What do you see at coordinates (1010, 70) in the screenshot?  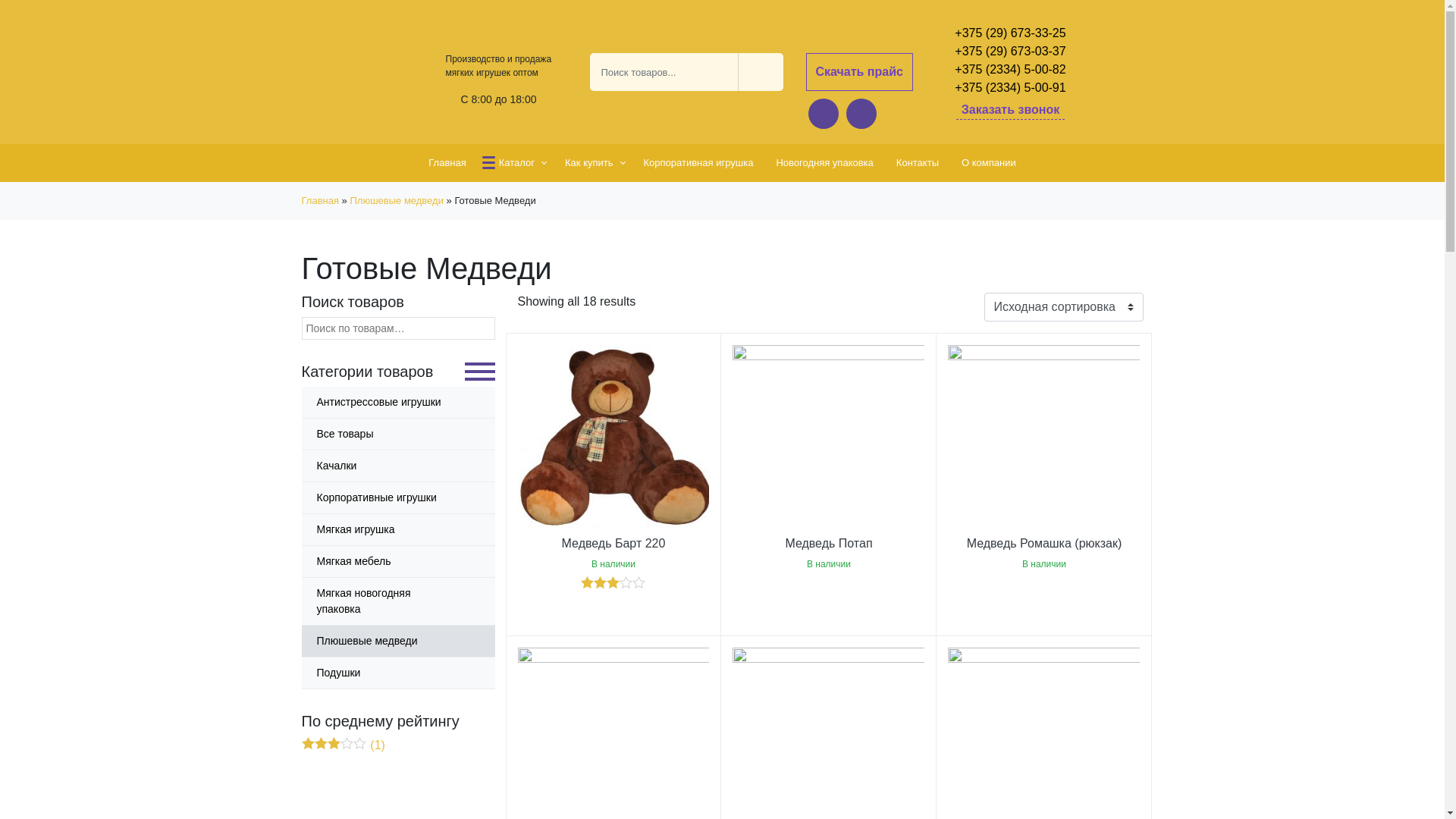 I see `'+375 (2334) 5-00-82'` at bounding box center [1010, 70].